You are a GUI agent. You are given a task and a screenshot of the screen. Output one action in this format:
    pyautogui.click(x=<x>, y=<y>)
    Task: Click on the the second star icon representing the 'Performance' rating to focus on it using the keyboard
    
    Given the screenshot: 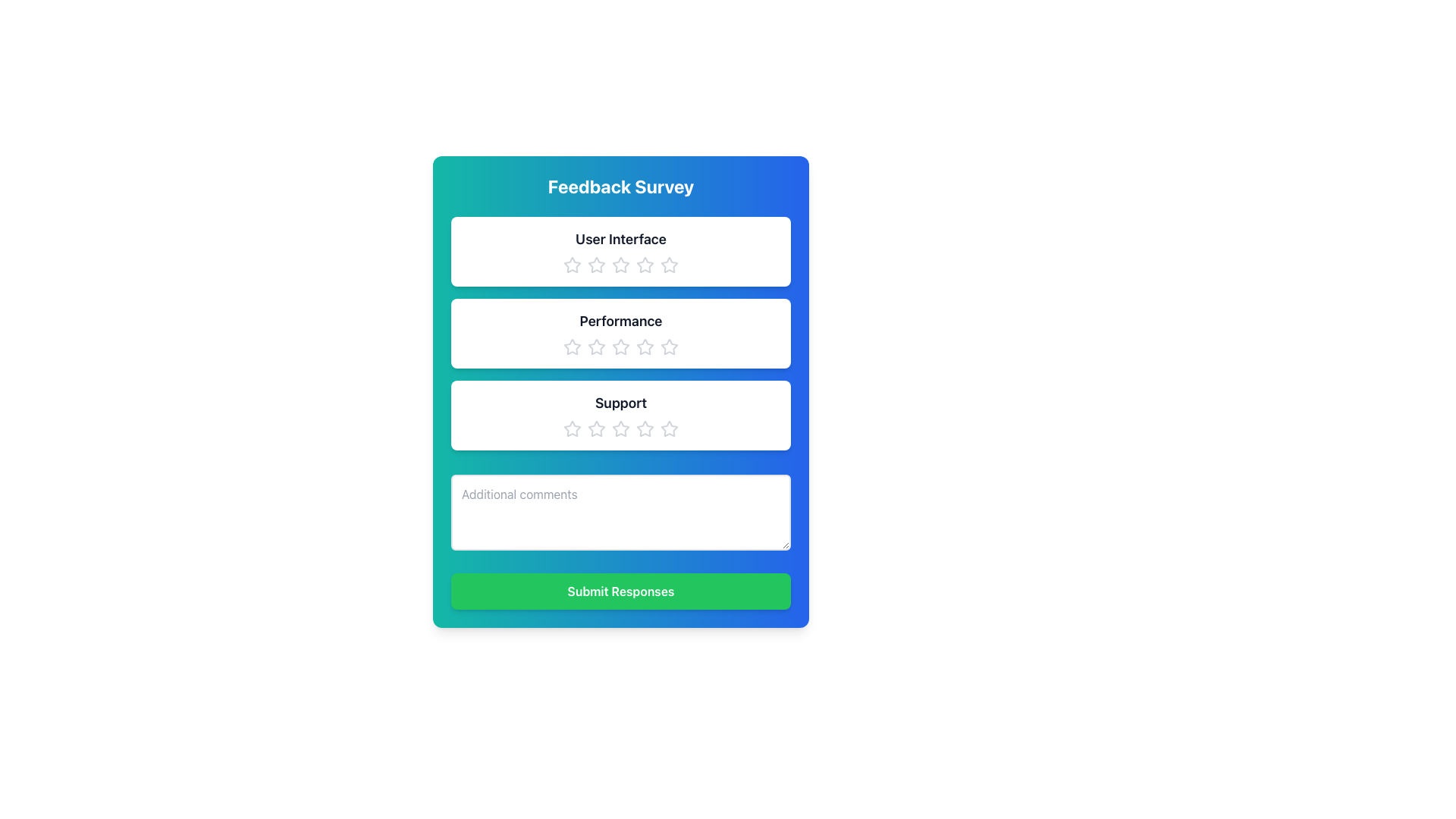 What is the action you would take?
    pyautogui.click(x=621, y=347)
    